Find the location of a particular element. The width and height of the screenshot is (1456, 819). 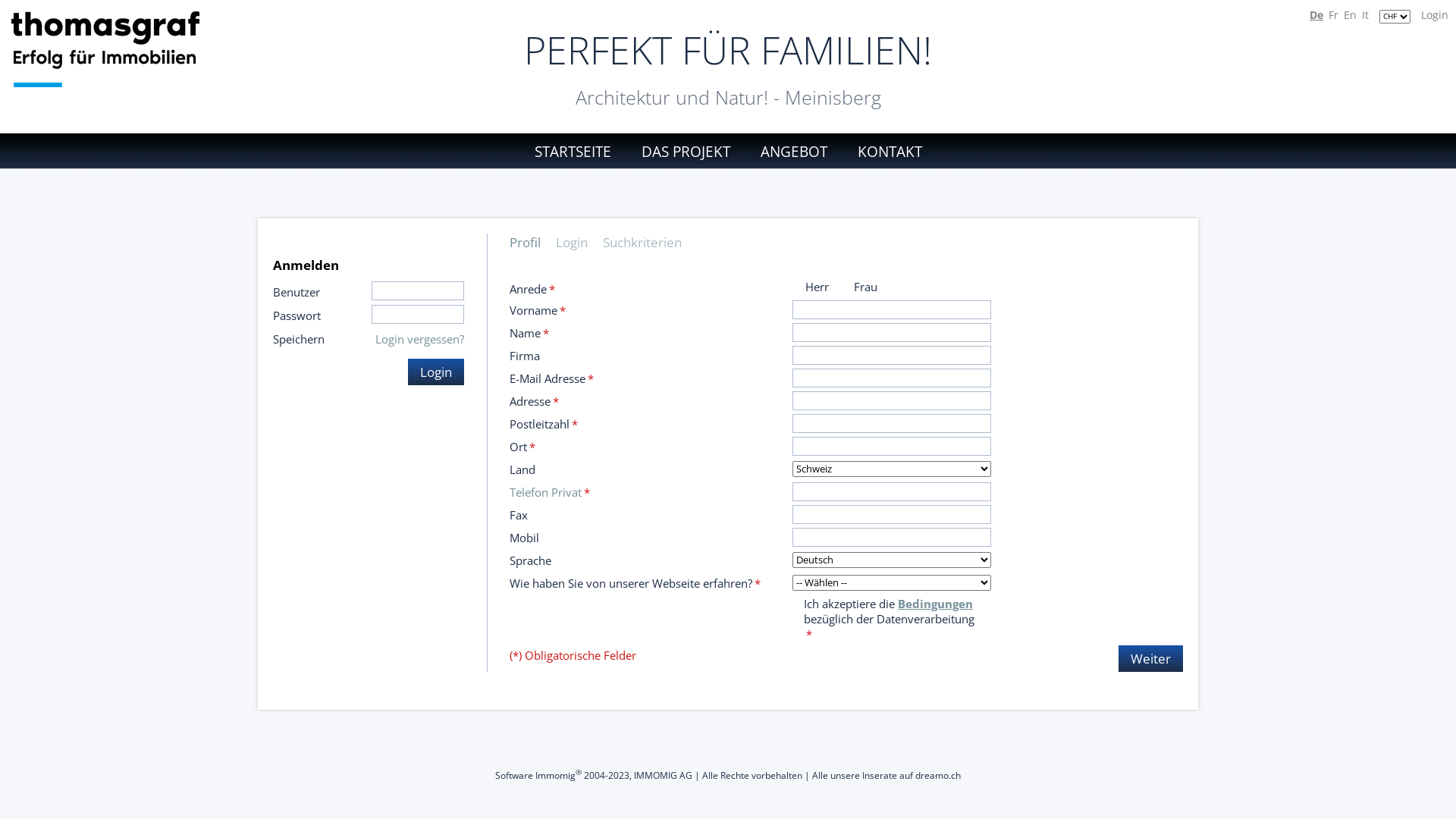

'STARTSEITE' is located at coordinates (578, 151).